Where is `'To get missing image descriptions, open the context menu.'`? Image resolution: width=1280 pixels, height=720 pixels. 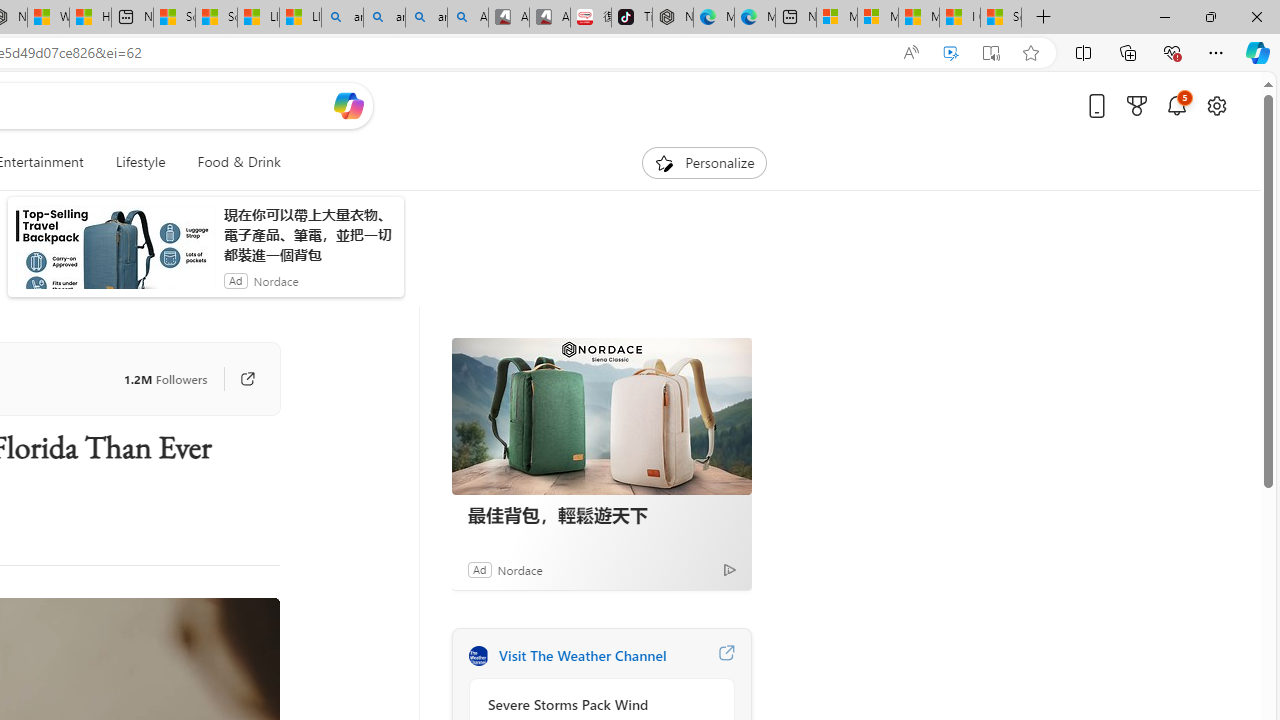 'To get missing image descriptions, open the context menu.' is located at coordinates (664, 161).